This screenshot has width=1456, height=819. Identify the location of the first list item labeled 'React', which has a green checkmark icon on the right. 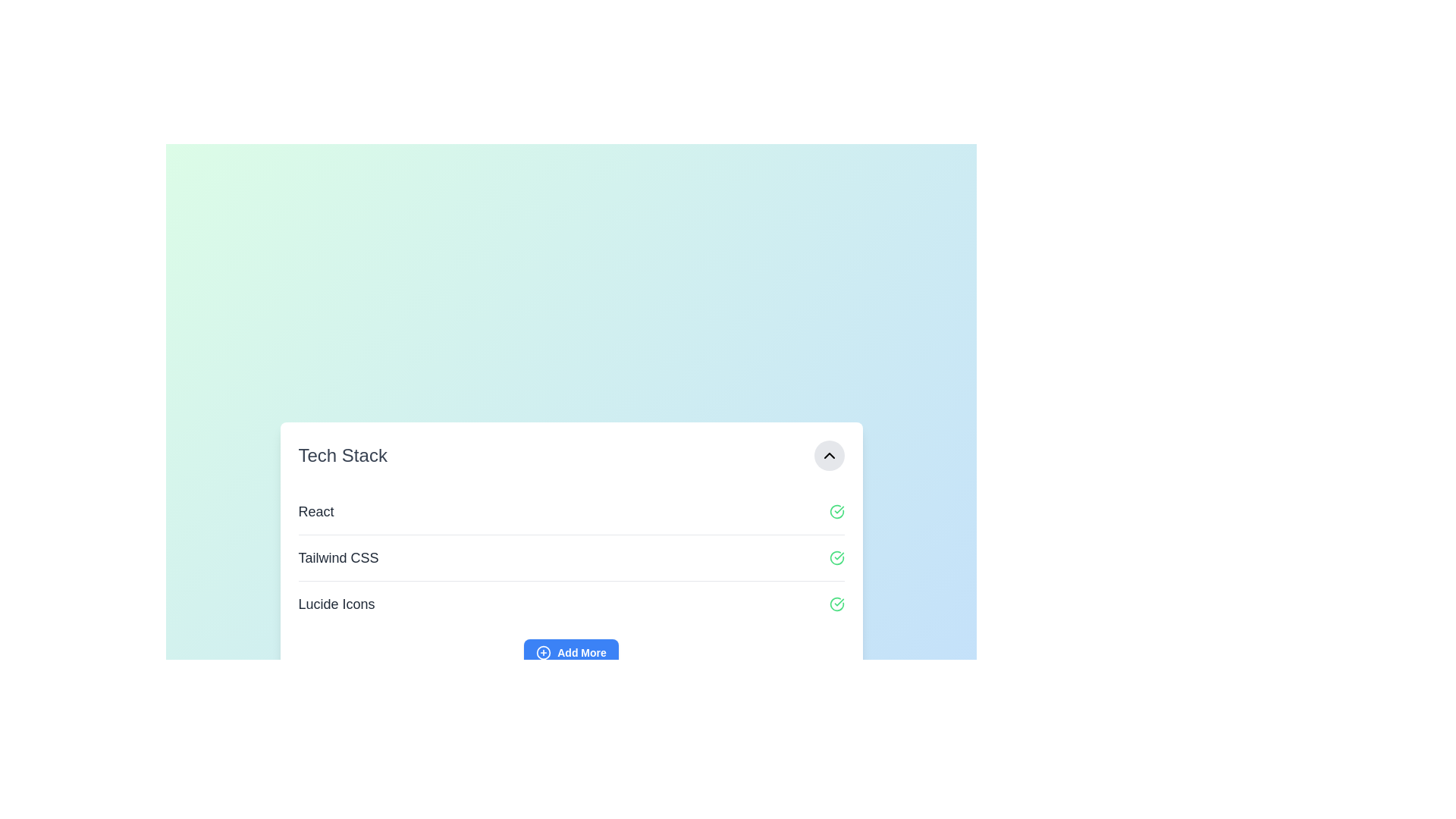
(570, 512).